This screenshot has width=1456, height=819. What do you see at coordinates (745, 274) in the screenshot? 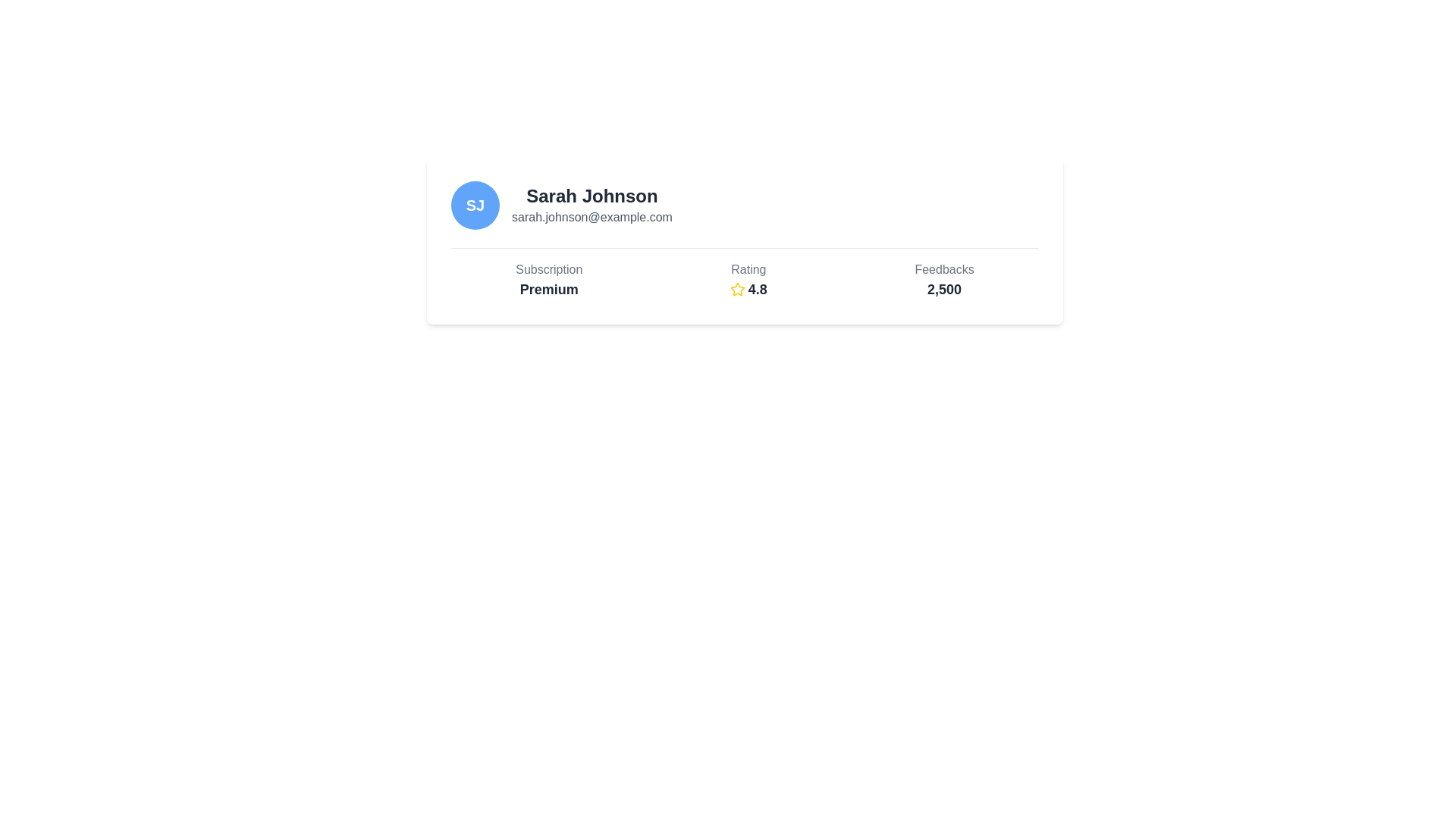
I see `the Informational display group that contains the labels 'Subscription', 'Rating', and 'Feedbacks' with their respective values 'Premium', '4.8', and '2,500', located in the lower section of the white user information card` at bounding box center [745, 274].